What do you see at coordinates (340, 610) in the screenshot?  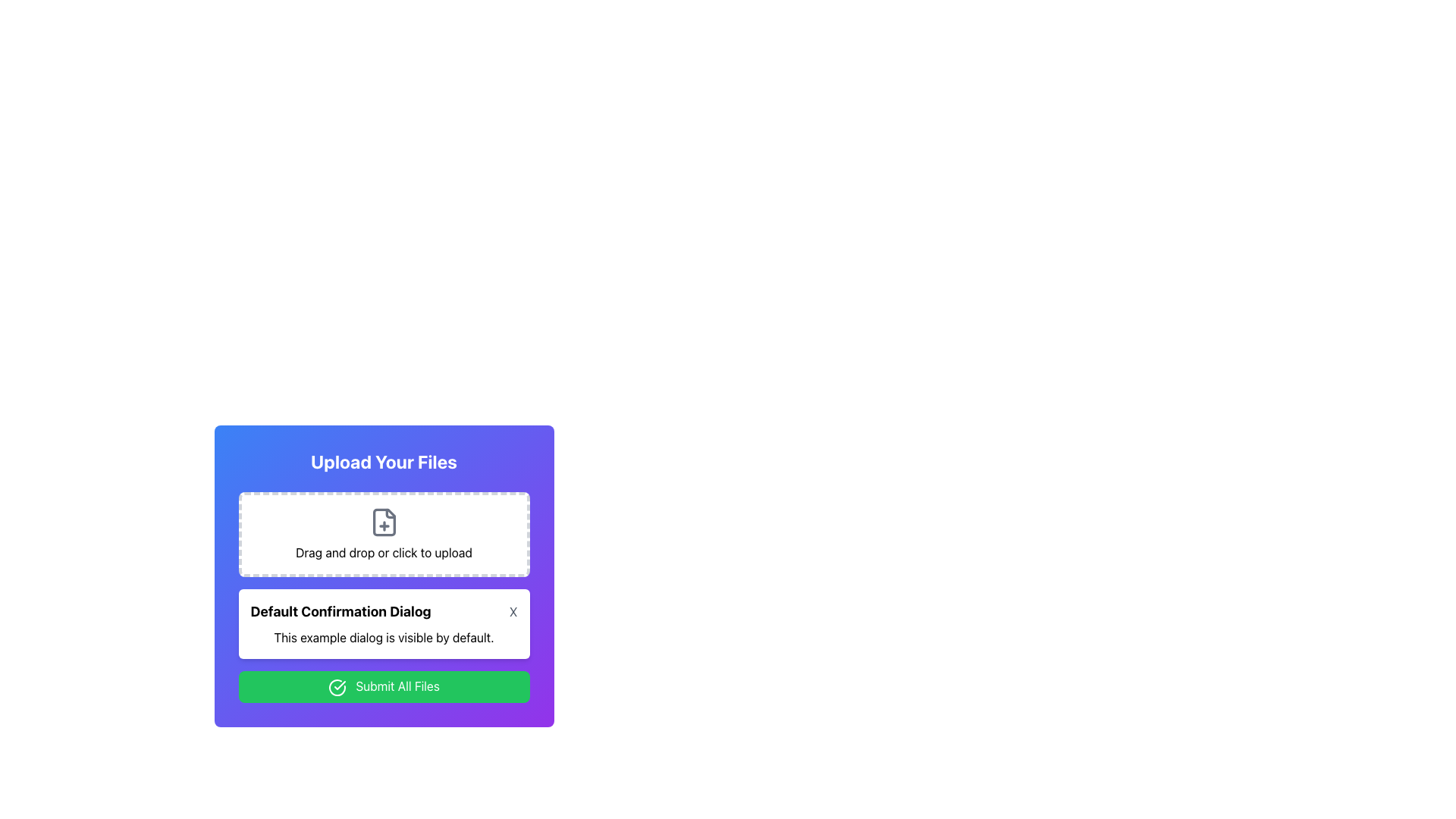 I see `text from the 'Default Confirmation Dialog' label, which is a large, bold black text located in the upper section of the dialog box` at bounding box center [340, 610].